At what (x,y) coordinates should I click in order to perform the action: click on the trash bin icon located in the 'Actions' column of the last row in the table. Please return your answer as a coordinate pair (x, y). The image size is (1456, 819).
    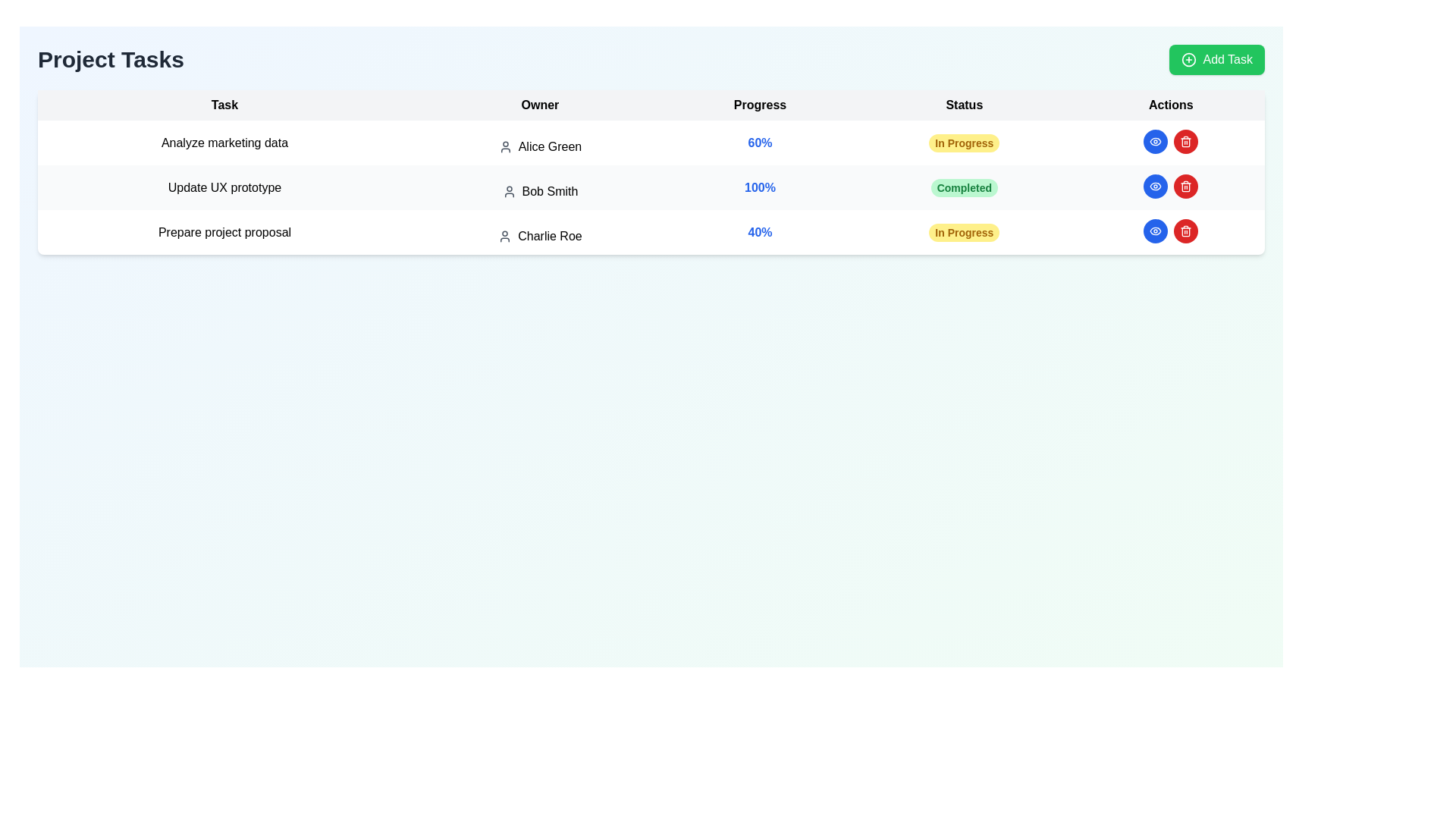
    Looking at the image, I should click on (1185, 187).